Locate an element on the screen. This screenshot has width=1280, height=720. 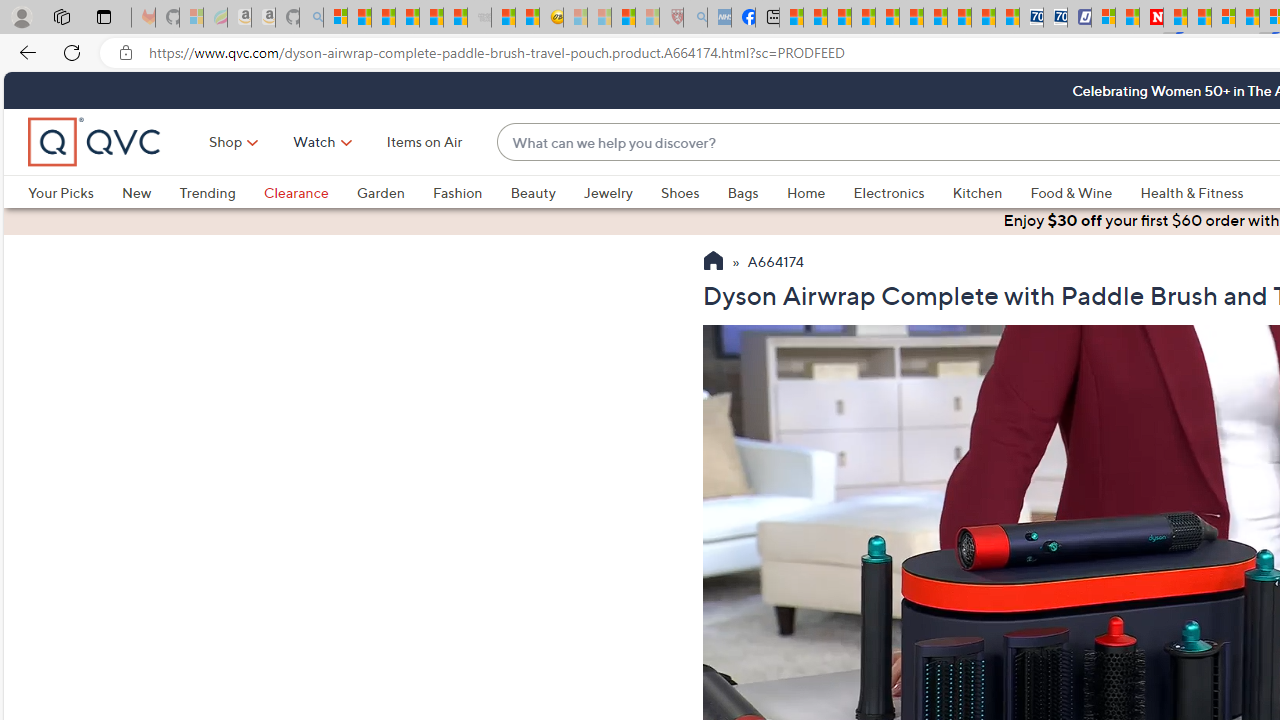
'Jewelry' is located at coordinates (607, 192).